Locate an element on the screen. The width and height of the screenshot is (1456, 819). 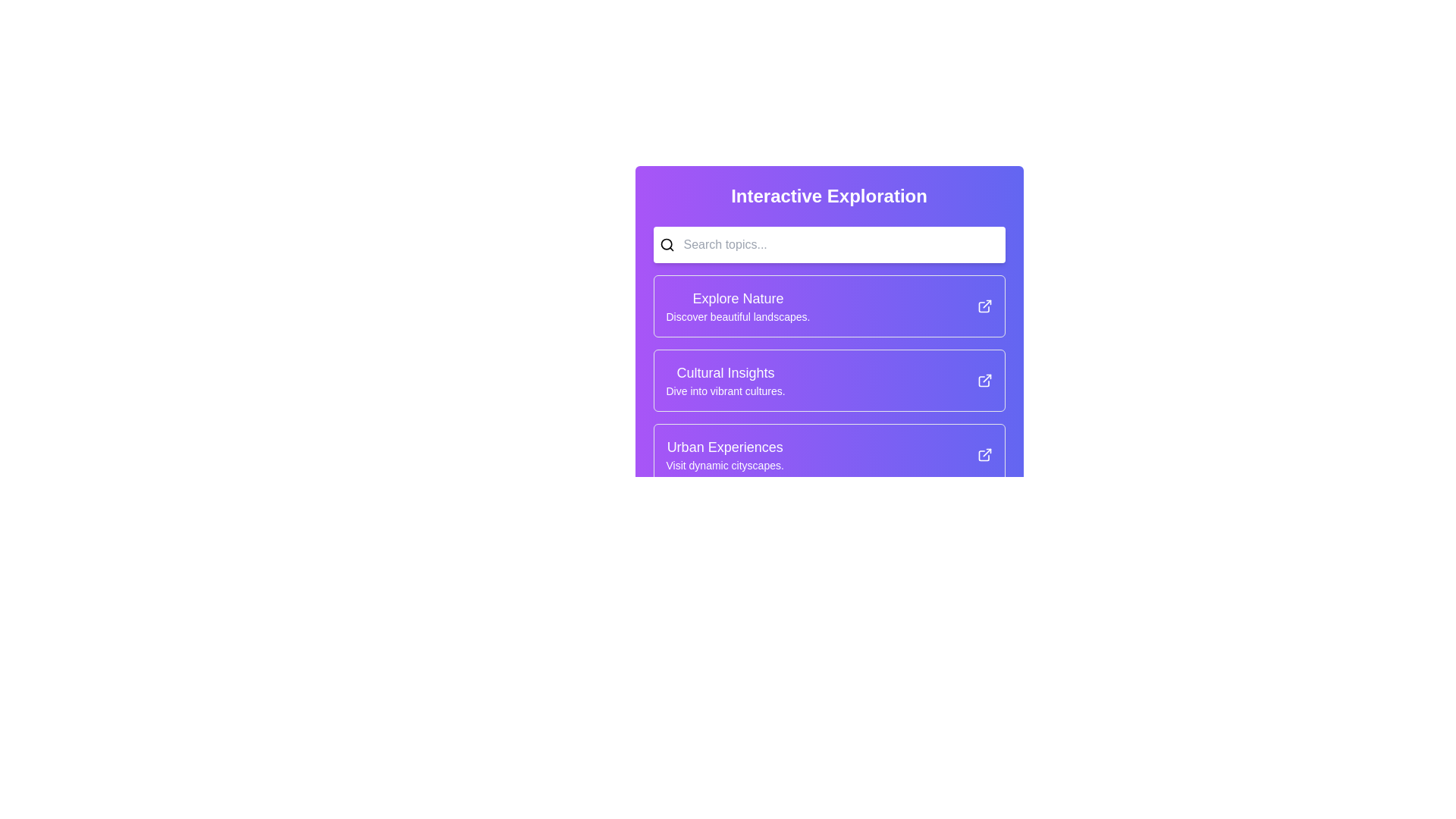
the clickable text area that serves as a descriptive link for navigating to cultural insights, positioned as the second entry in the list below 'Explore Nature' and above 'Urban Experiences' is located at coordinates (725, 379).